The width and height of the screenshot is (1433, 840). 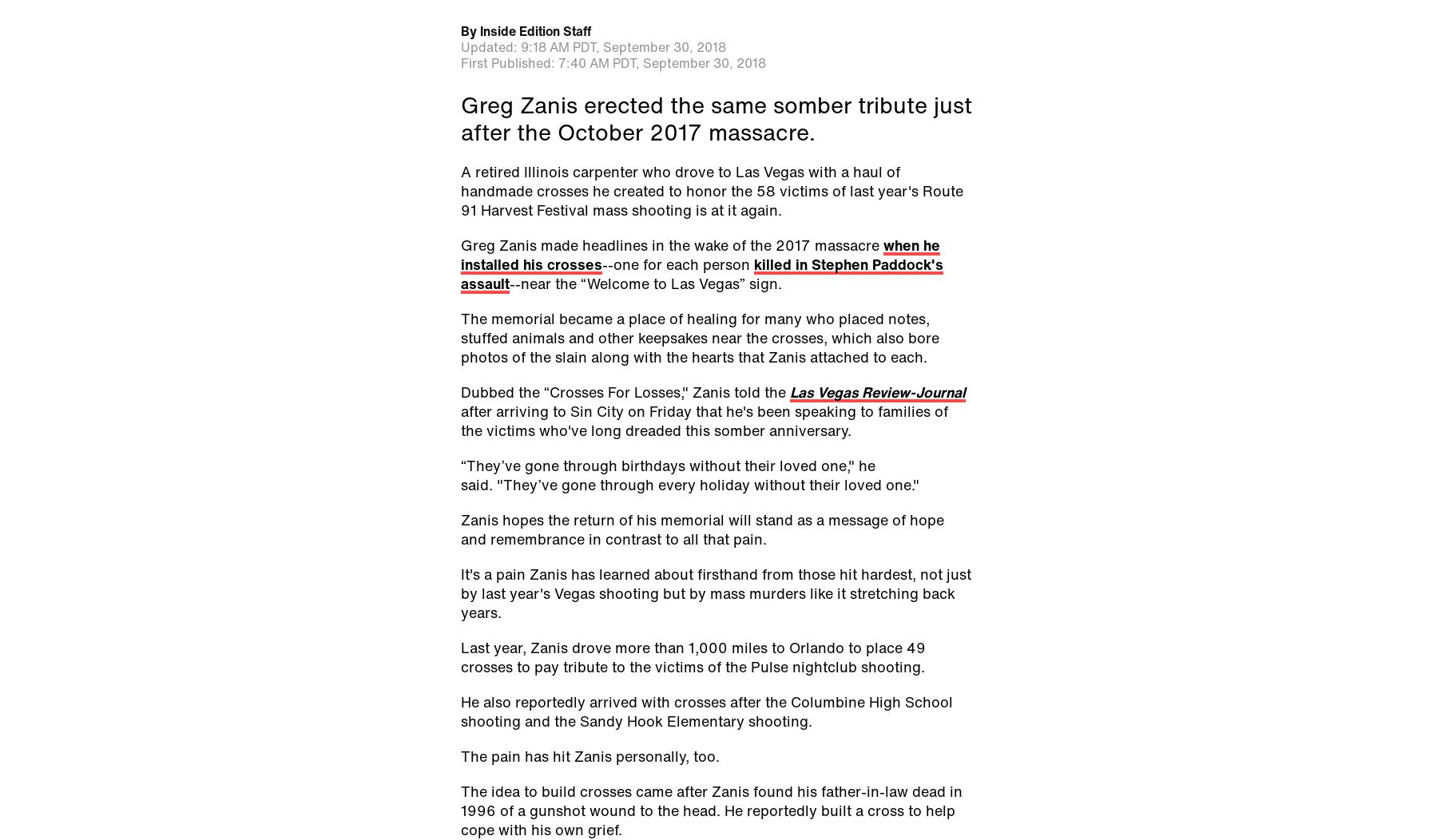 What do you see at coordinates (623, 45) in the screenshot?
I see `'9:18 AM PDT, September 30, 2018'` at bounding box center [623, 45].